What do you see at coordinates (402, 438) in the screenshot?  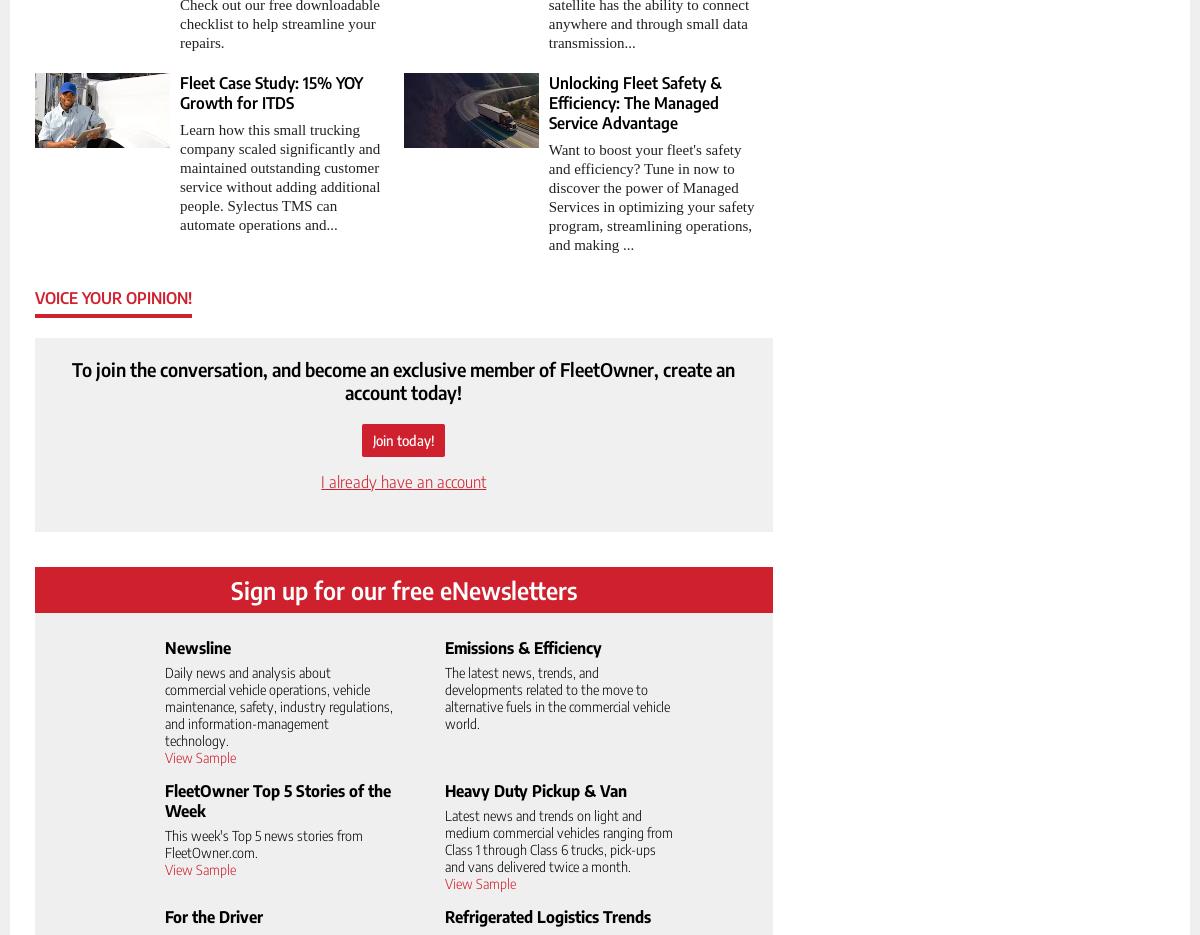 I see `'Join today!'` at bounding box center [402, 438].